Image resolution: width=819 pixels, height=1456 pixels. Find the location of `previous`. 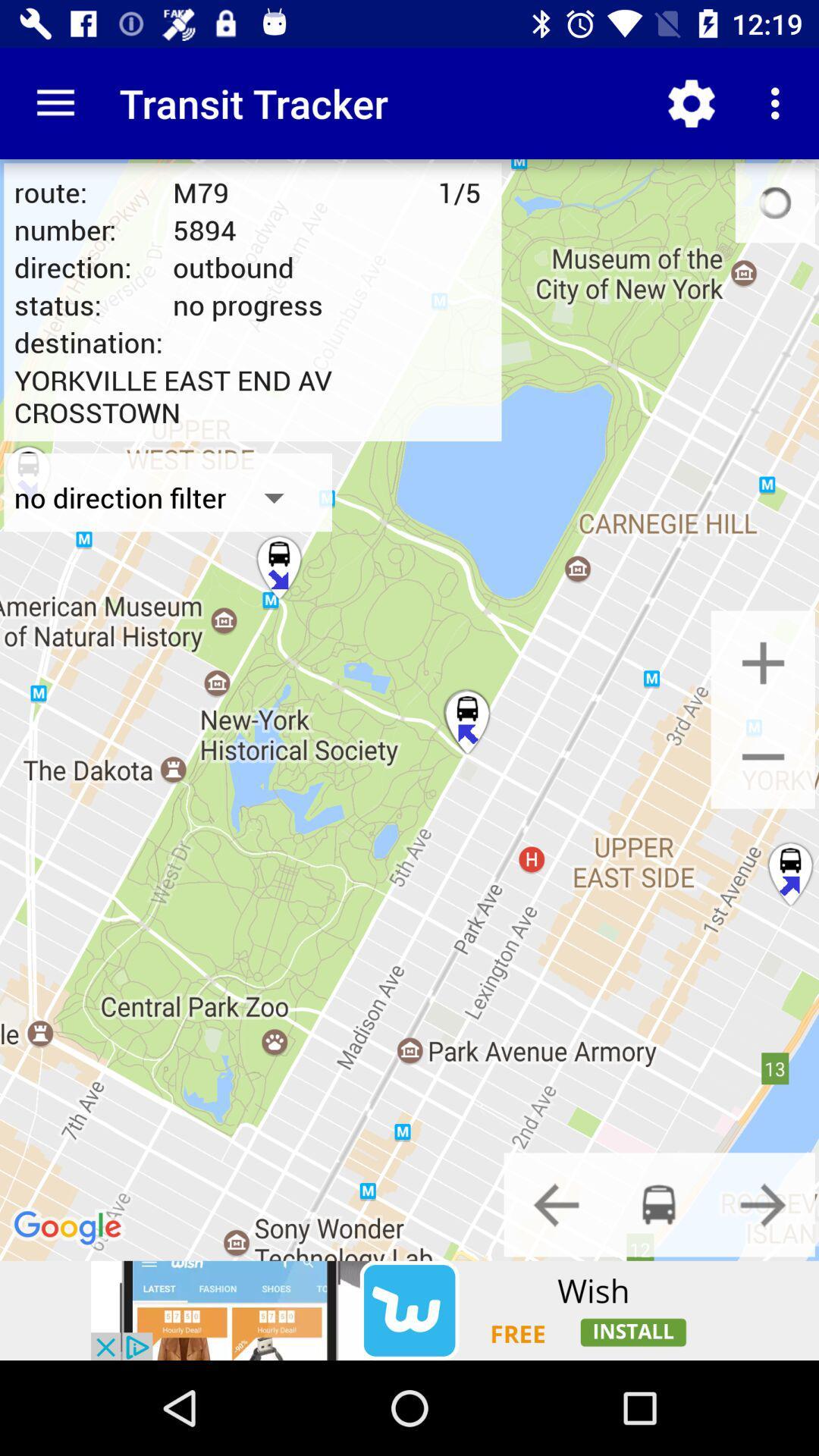

previous is located at coordinates (556, 1203).